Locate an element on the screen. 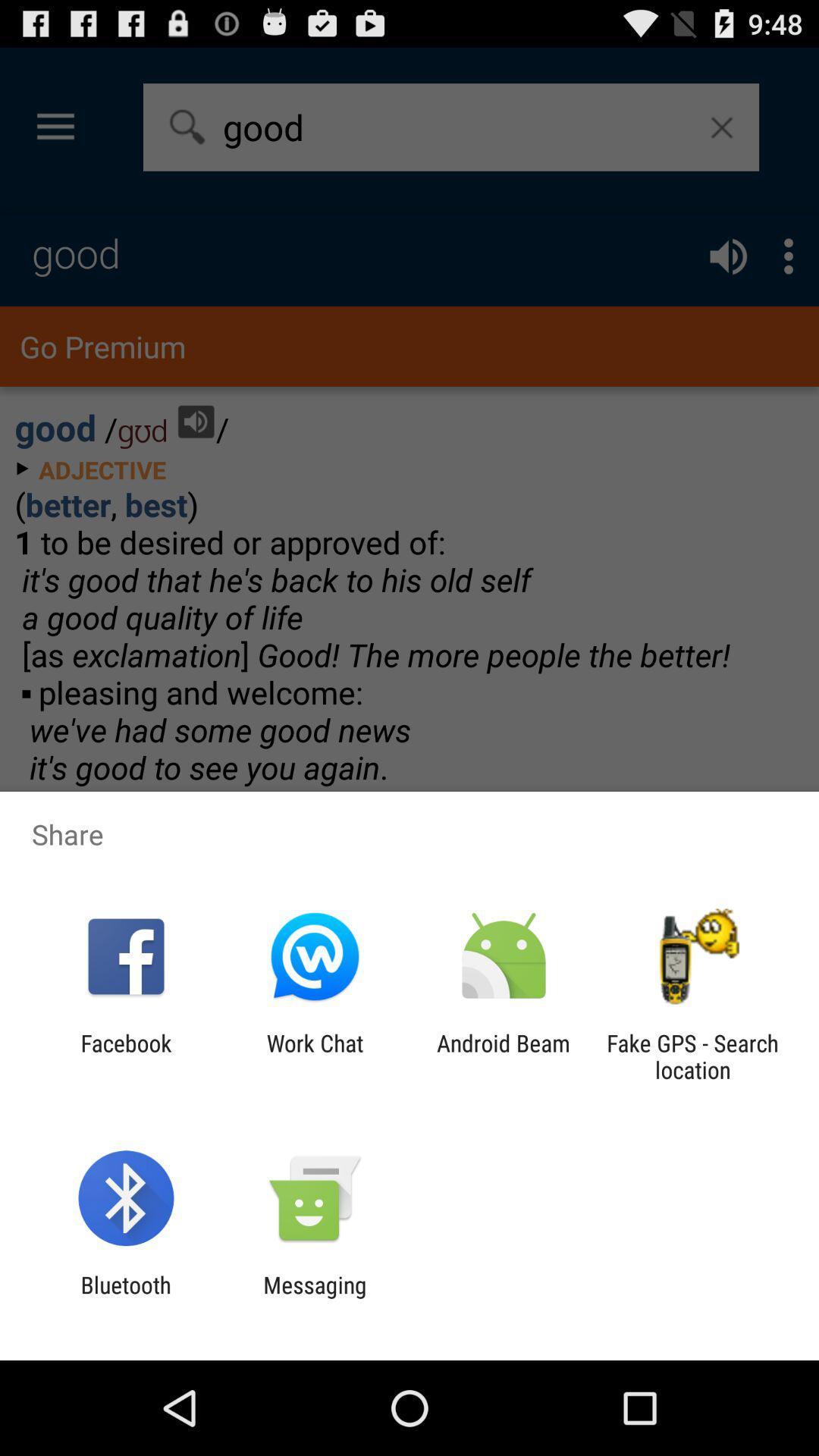 The height and width of the screenshot is (1456, 819). the icon to the left of messaging item is located at coordinates (125, 1298).